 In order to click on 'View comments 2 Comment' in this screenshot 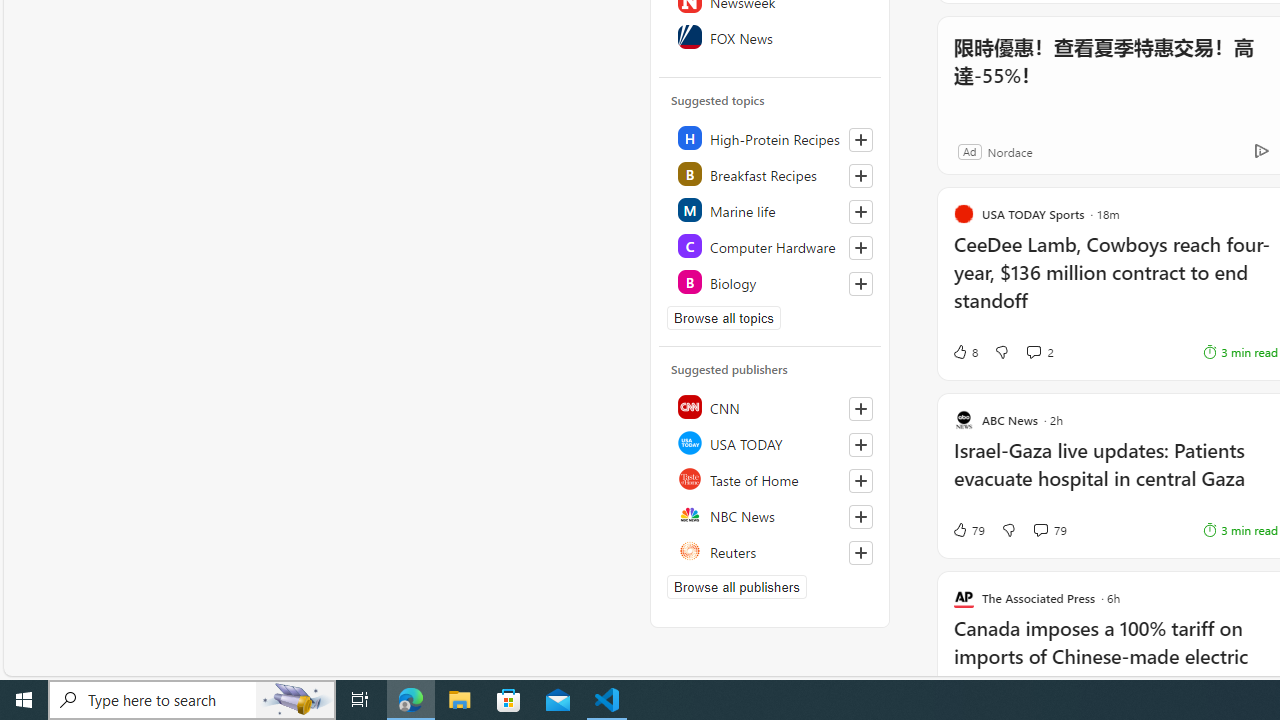, I will do `click(1040, 351)`.